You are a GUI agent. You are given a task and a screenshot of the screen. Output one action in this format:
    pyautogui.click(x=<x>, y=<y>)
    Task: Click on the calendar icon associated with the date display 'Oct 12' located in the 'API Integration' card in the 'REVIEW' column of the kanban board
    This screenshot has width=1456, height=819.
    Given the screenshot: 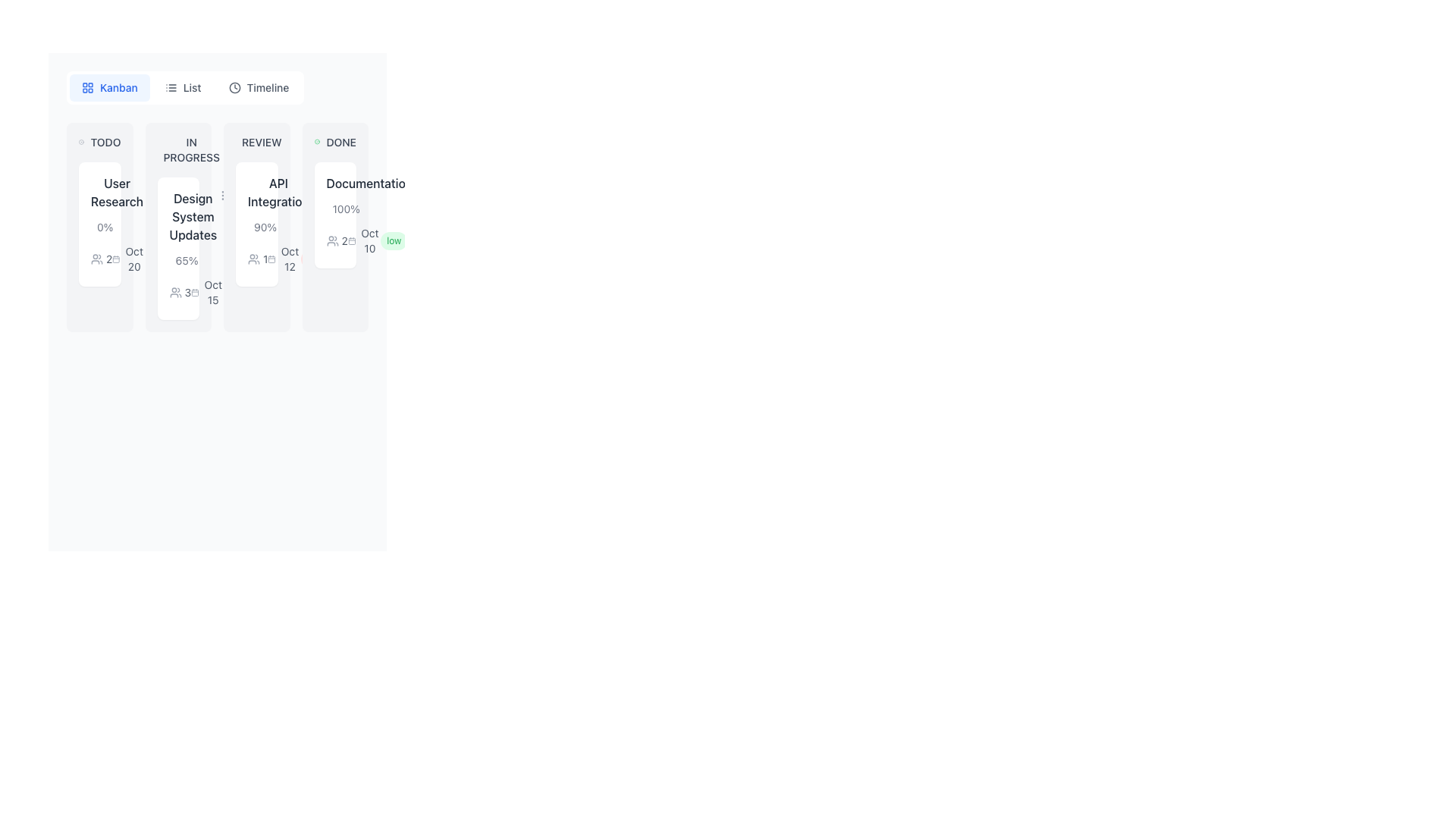 What is the action you would take?
    pyautogui.click(x=284, y=259)
    